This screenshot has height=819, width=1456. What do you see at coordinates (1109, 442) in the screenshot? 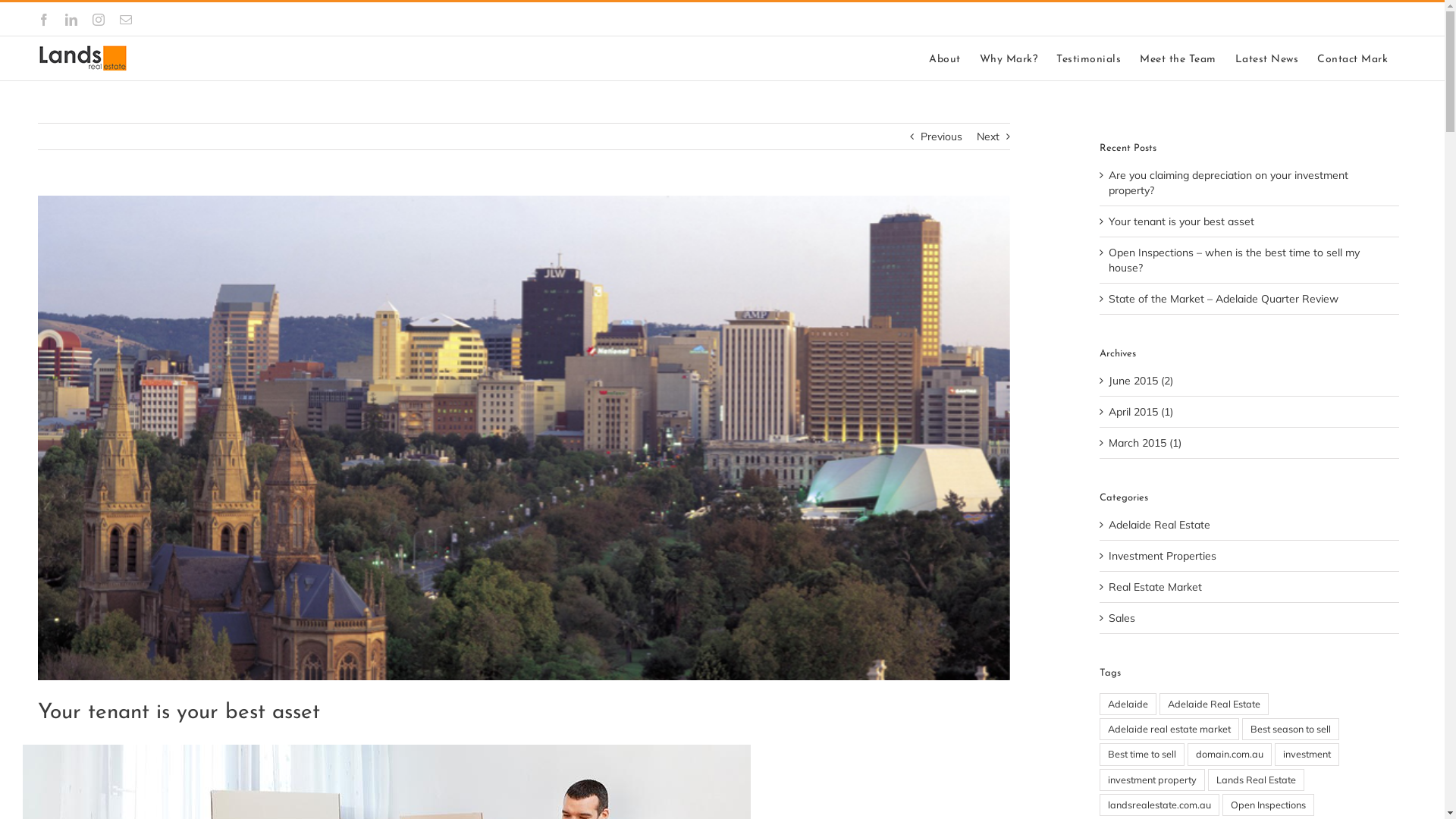
I see `'March 2015 (1)'` at bounding box center [1109, 442].